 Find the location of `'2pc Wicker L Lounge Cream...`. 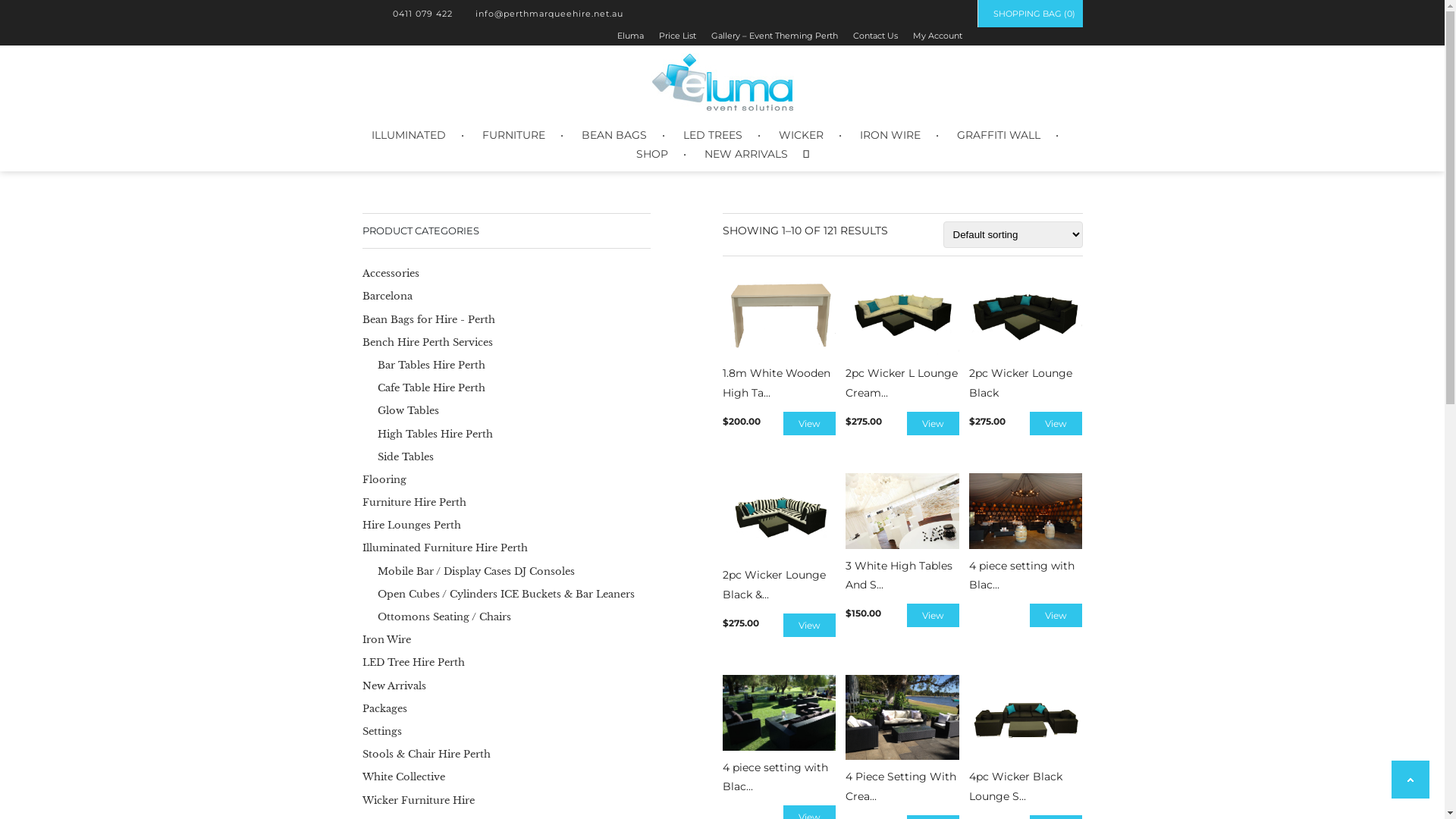

'2pc Wicker L Lounge Cream... is located at coordinates (902, 336).